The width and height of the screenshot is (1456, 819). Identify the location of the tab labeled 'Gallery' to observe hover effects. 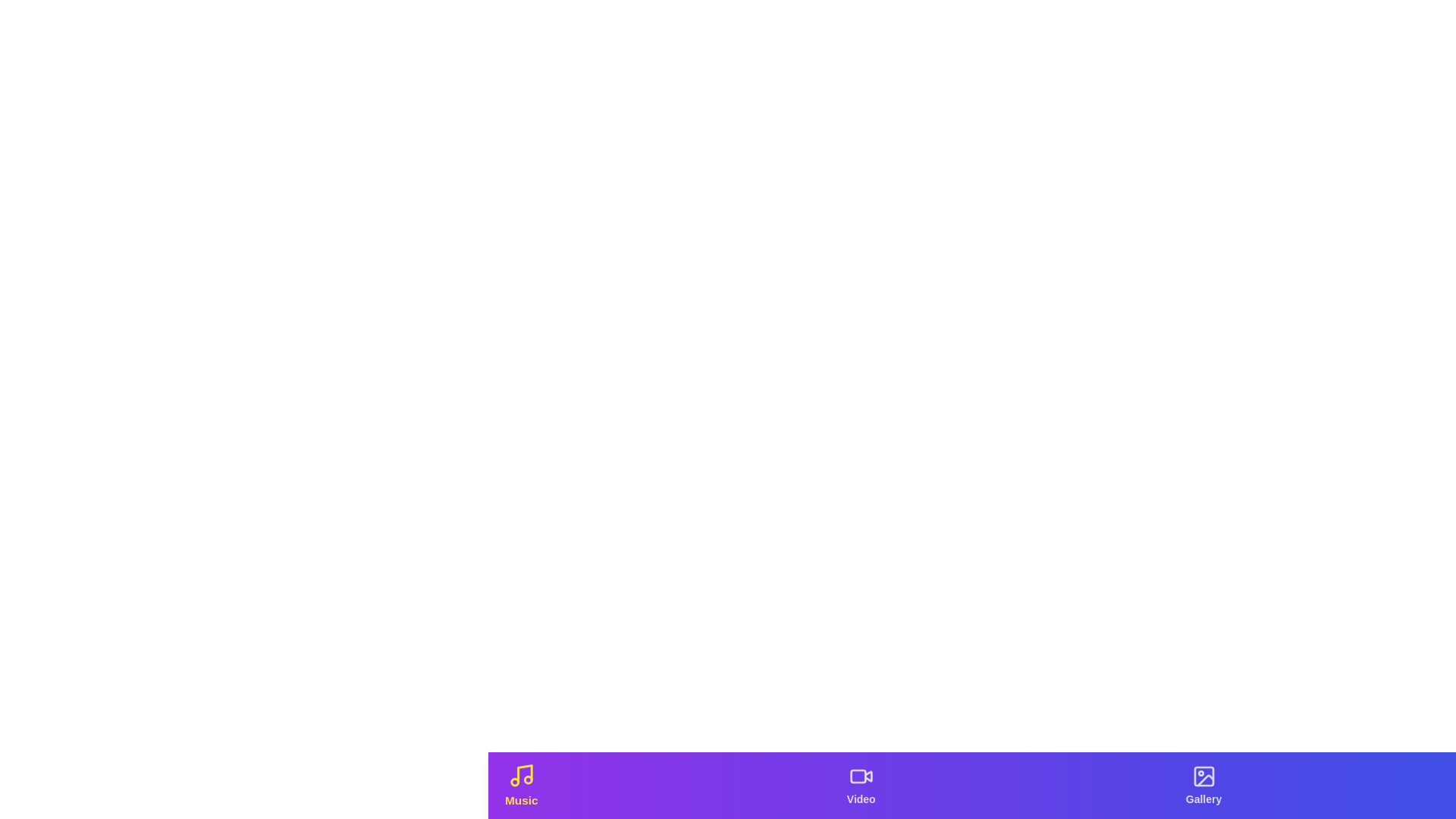
(1203, 785).